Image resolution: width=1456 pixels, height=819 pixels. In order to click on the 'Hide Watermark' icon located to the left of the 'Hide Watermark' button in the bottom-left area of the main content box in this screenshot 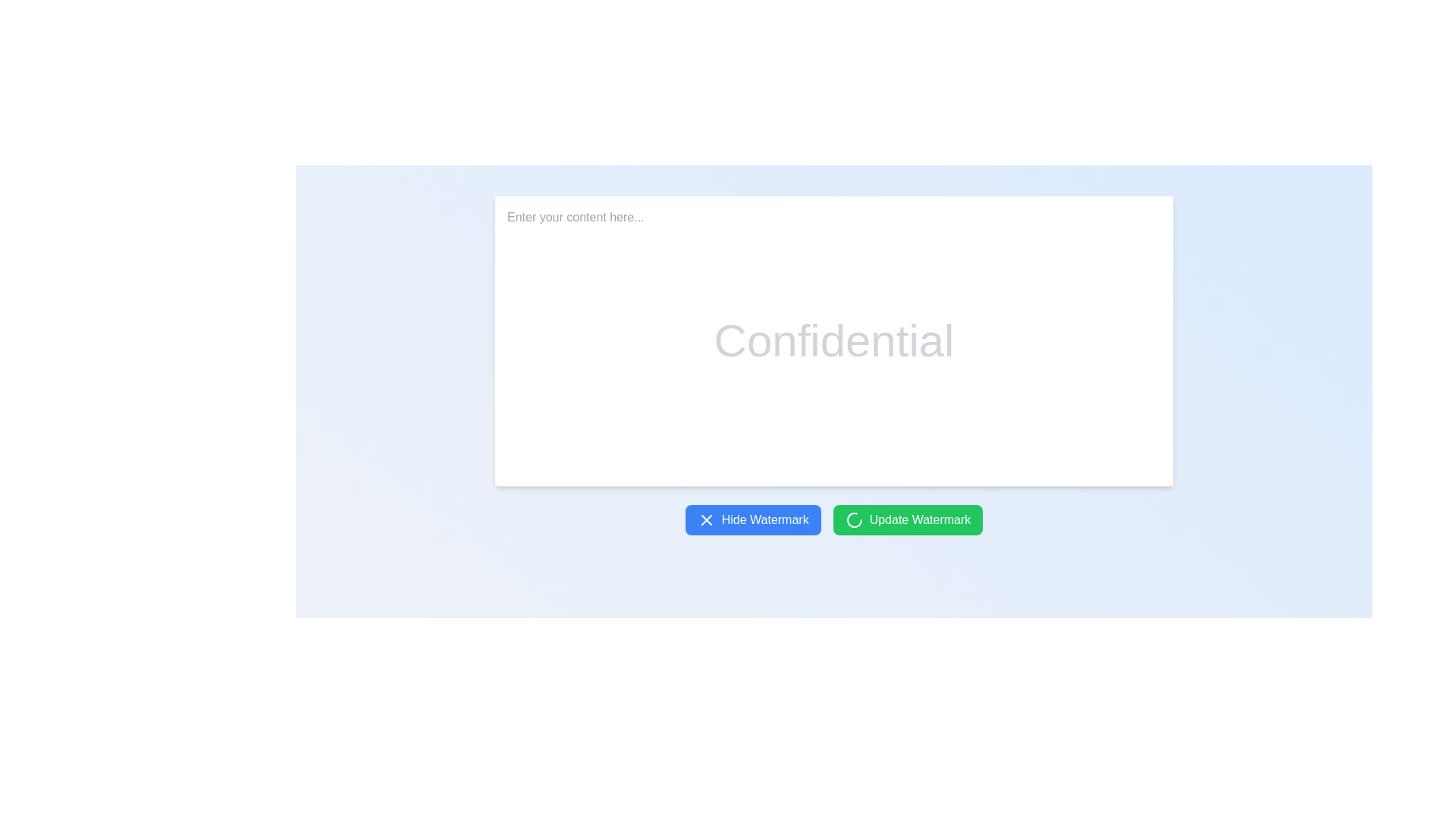, I will do `click(705, 519)`.